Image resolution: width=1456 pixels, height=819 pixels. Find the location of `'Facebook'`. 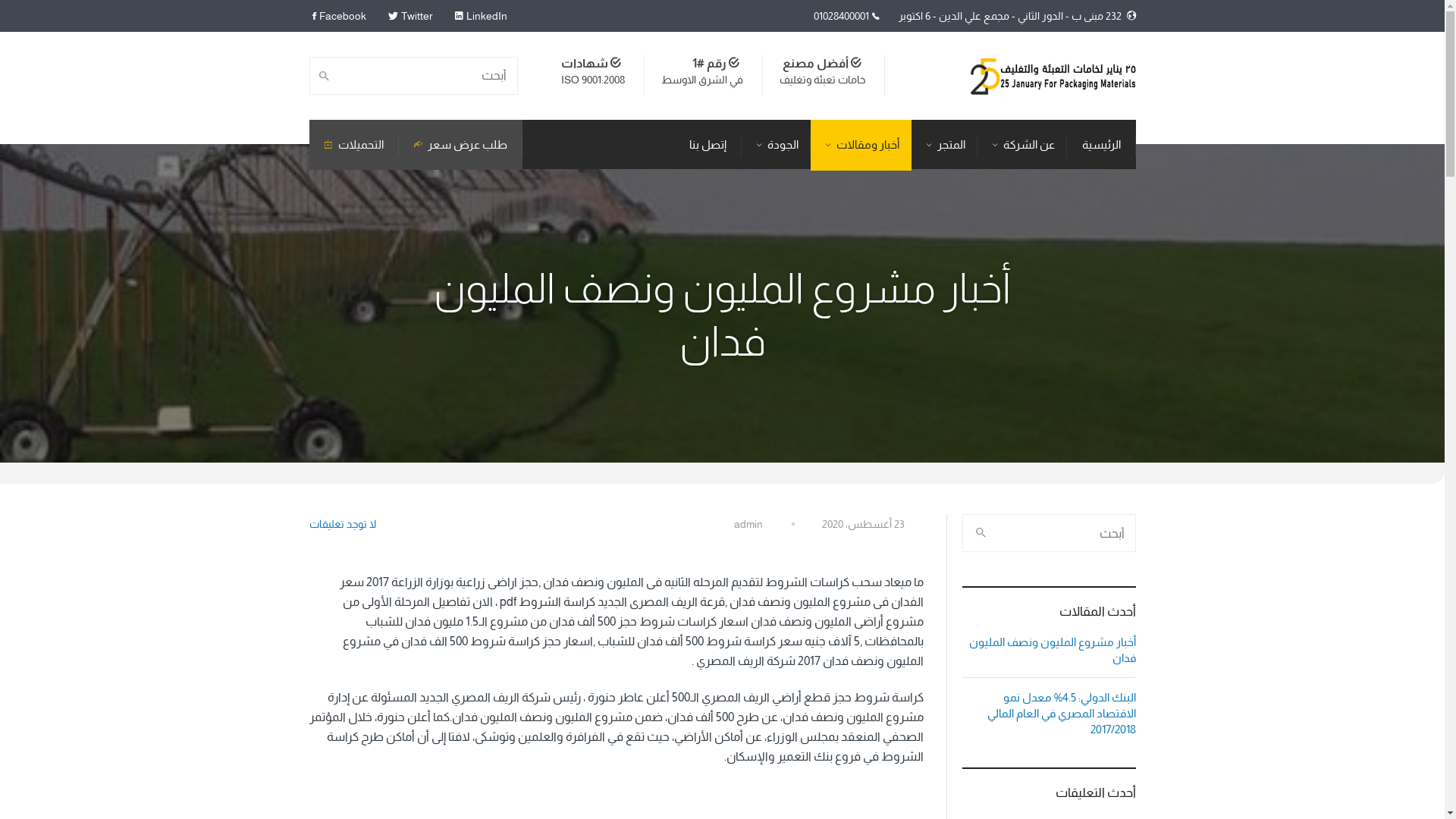

'Facebook' is located at coordinates (341, 15).